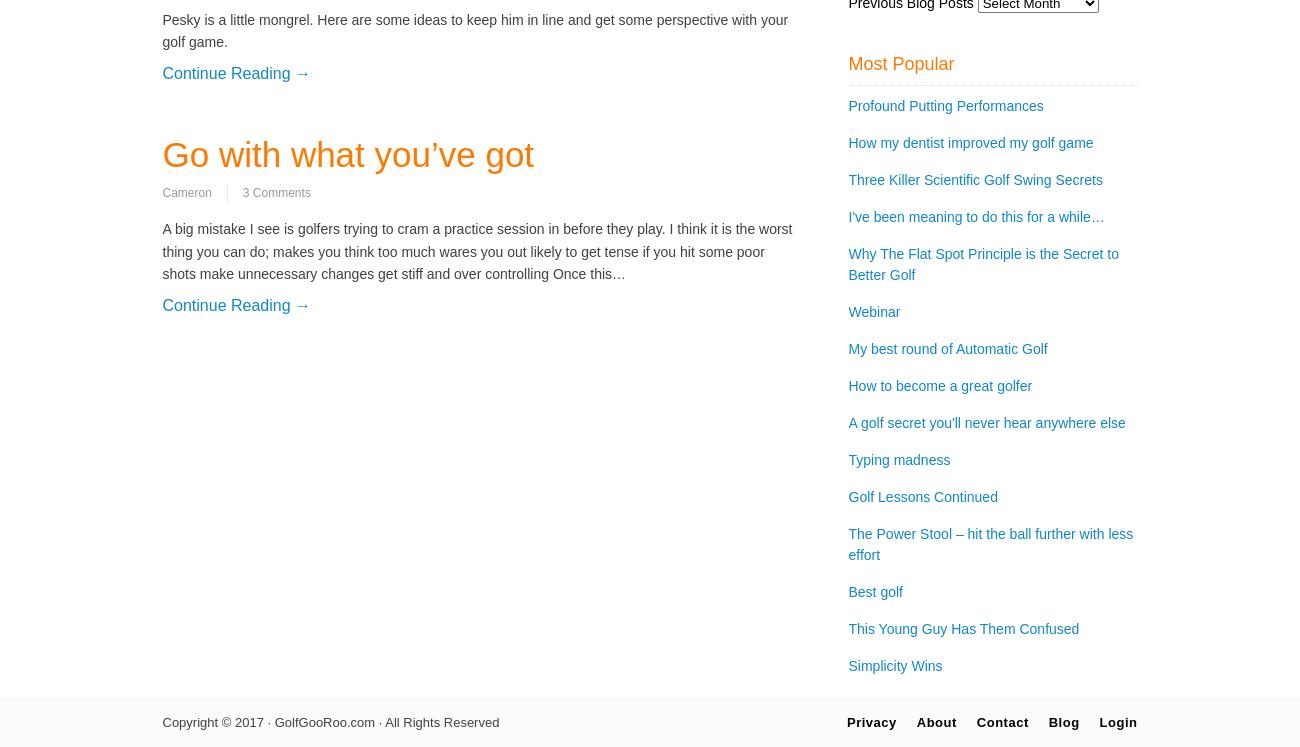  What do you see at coordinates (947, 348) in the screenshot?
I see `'My best round of Automatic Golf'` at bounding box center [947, 348].